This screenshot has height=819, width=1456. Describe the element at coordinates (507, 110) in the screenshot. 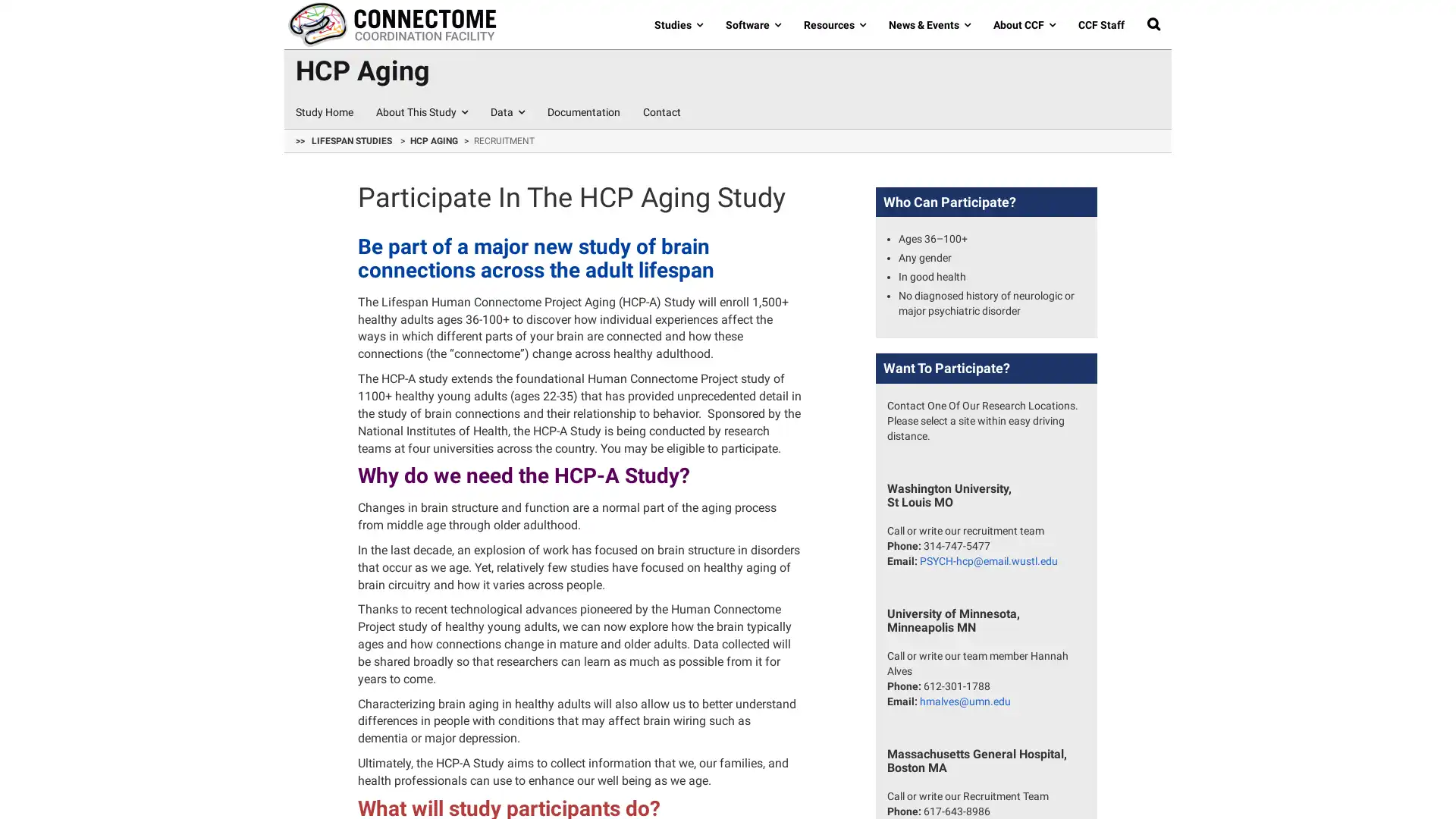

I see `Data` at that location.